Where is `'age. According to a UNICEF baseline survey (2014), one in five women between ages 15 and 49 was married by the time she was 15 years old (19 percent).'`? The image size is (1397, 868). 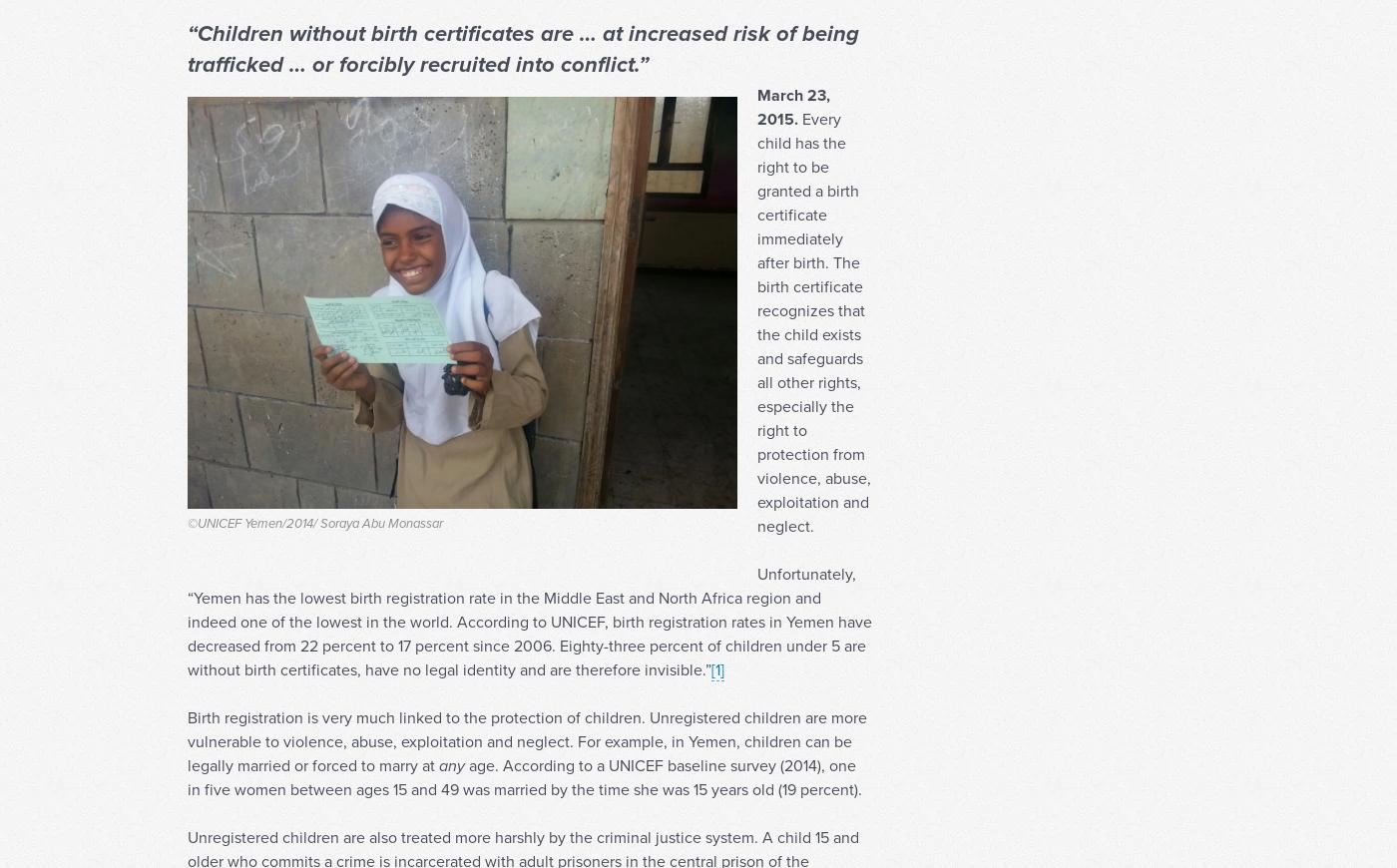 'age. According to a UNICEF baseline survey (2014), one in five women between ages 15 and 49 was married by the time she was 15 years old (19 percent).' is located at coordinates (188, 815).